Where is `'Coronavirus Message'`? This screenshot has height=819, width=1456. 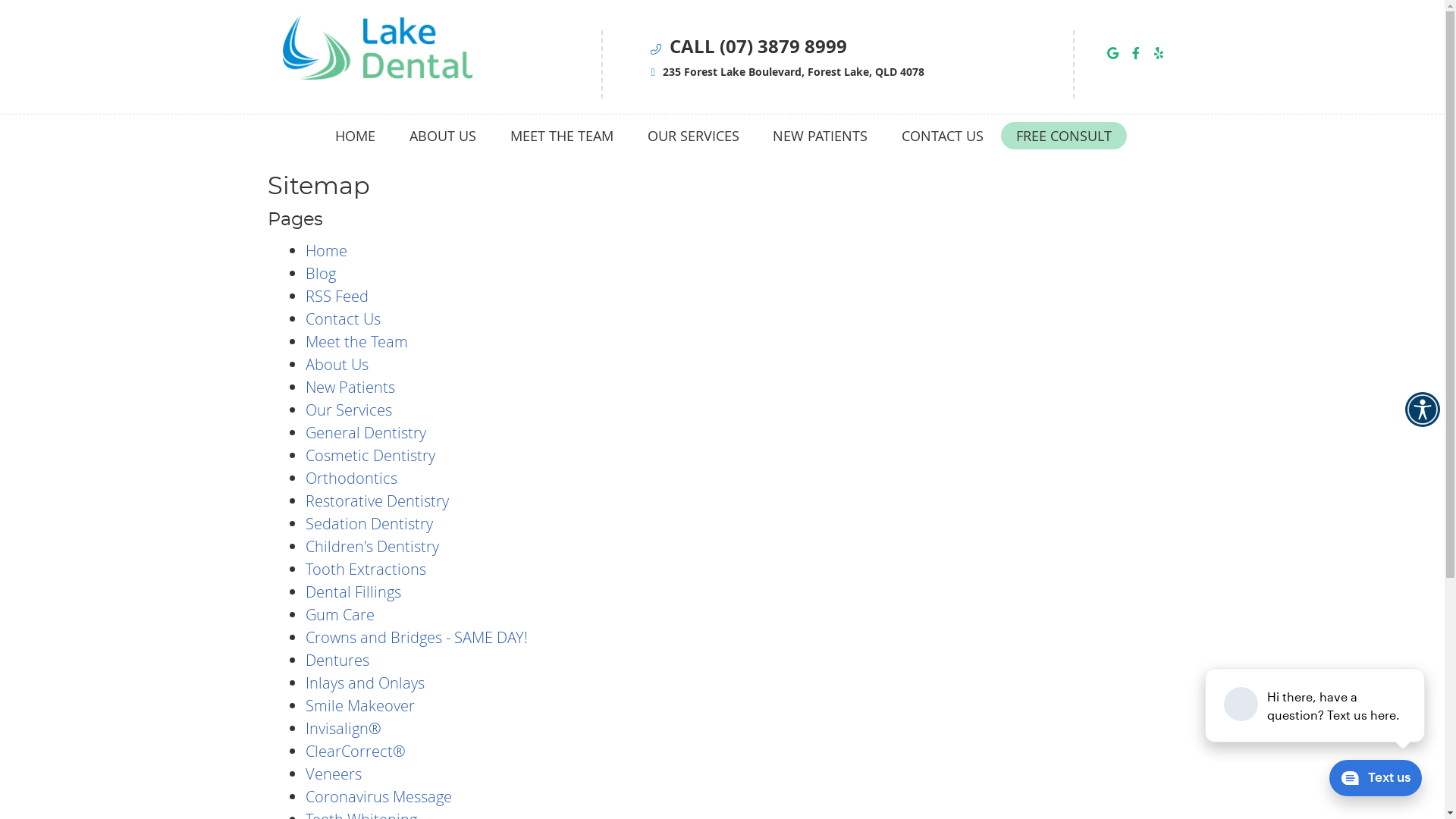
'Coronavirus Message' is located at coordinates (378, 795).